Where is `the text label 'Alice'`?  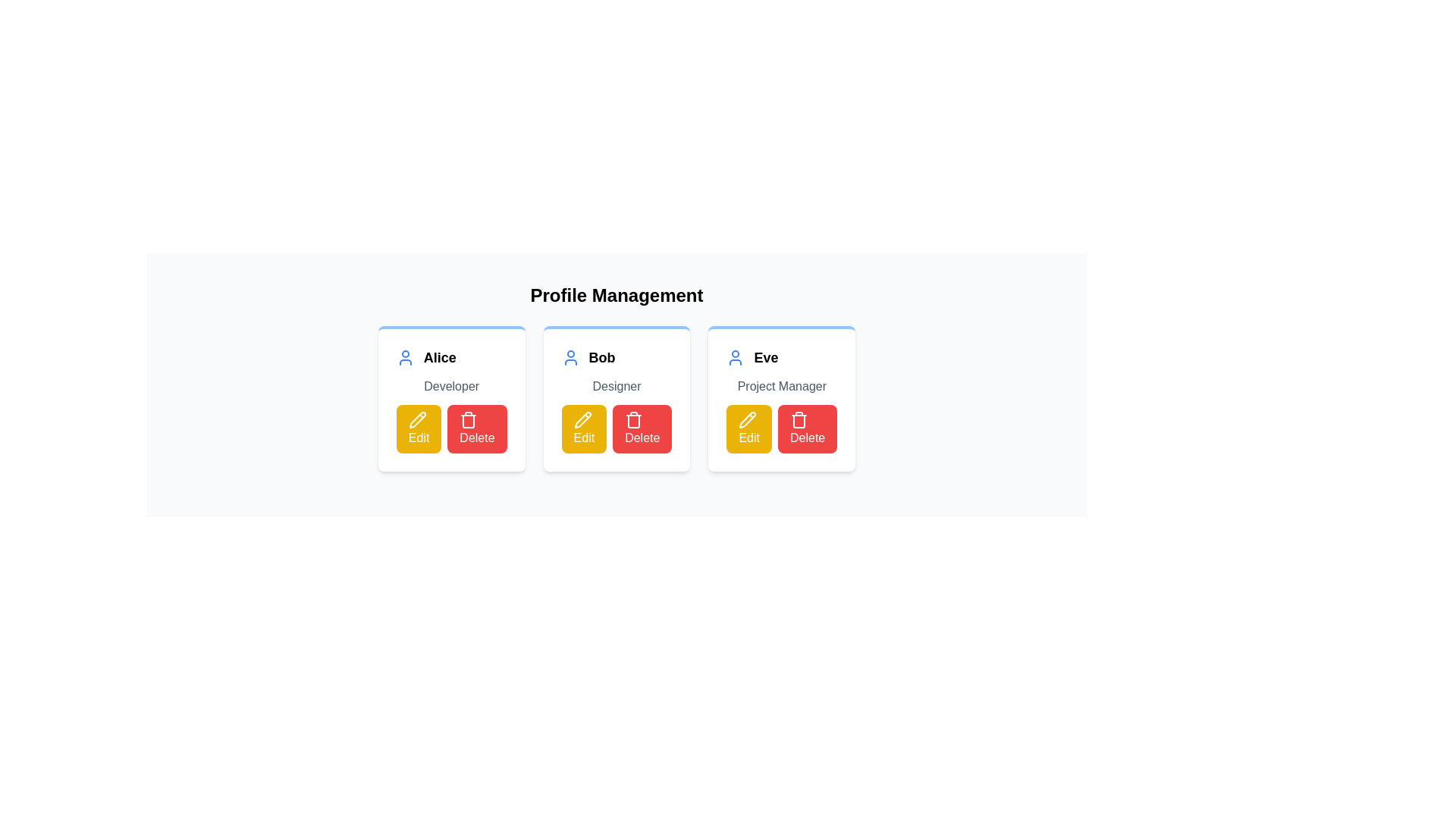 the text label 'Alice' is located at coordinates (450, 357).